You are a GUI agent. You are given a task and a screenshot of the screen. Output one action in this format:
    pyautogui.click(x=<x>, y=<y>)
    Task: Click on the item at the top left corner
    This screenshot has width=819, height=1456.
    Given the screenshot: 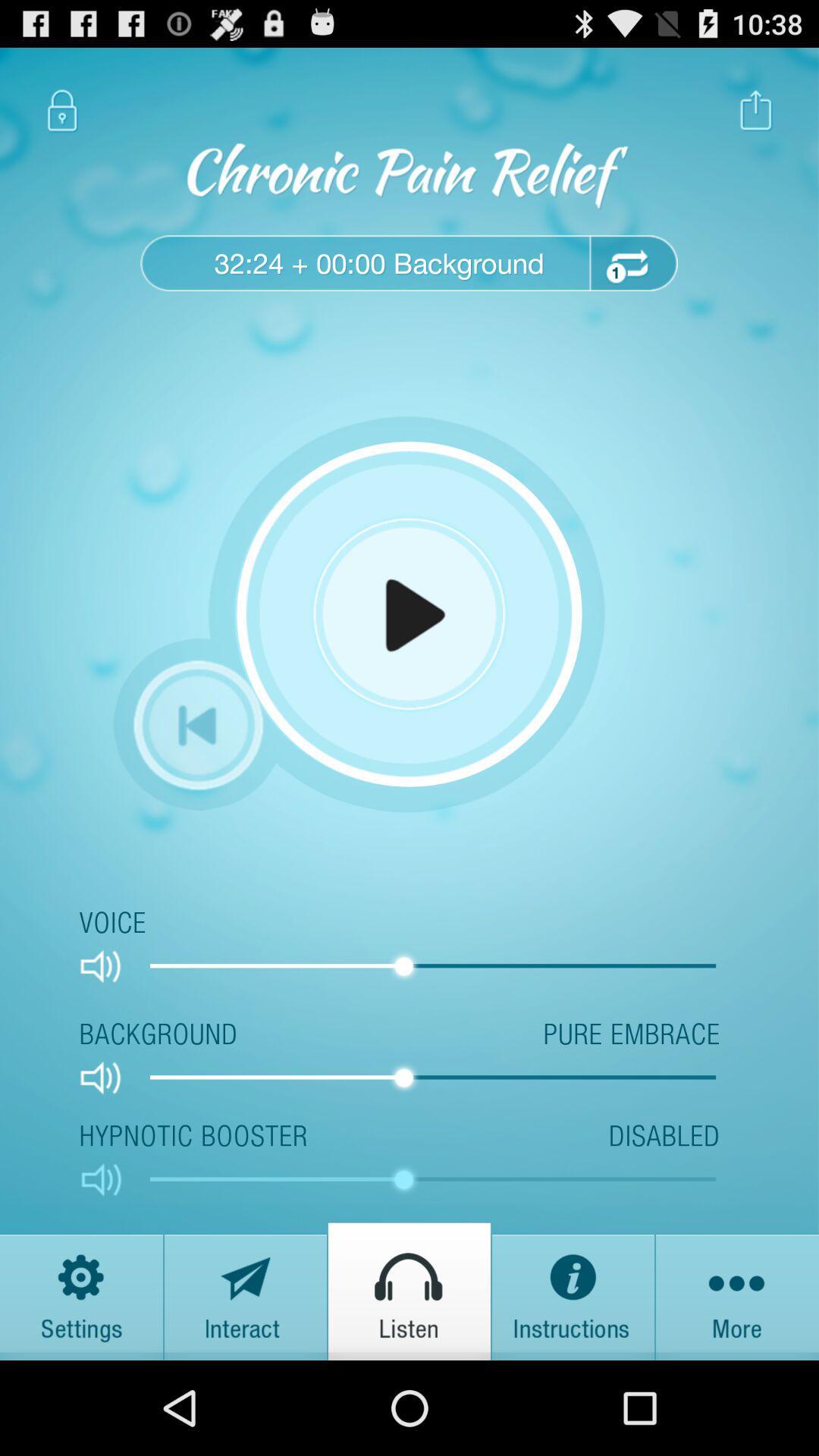 What is the action you would take?
    pyautogui.click(x=61, y=109)
    